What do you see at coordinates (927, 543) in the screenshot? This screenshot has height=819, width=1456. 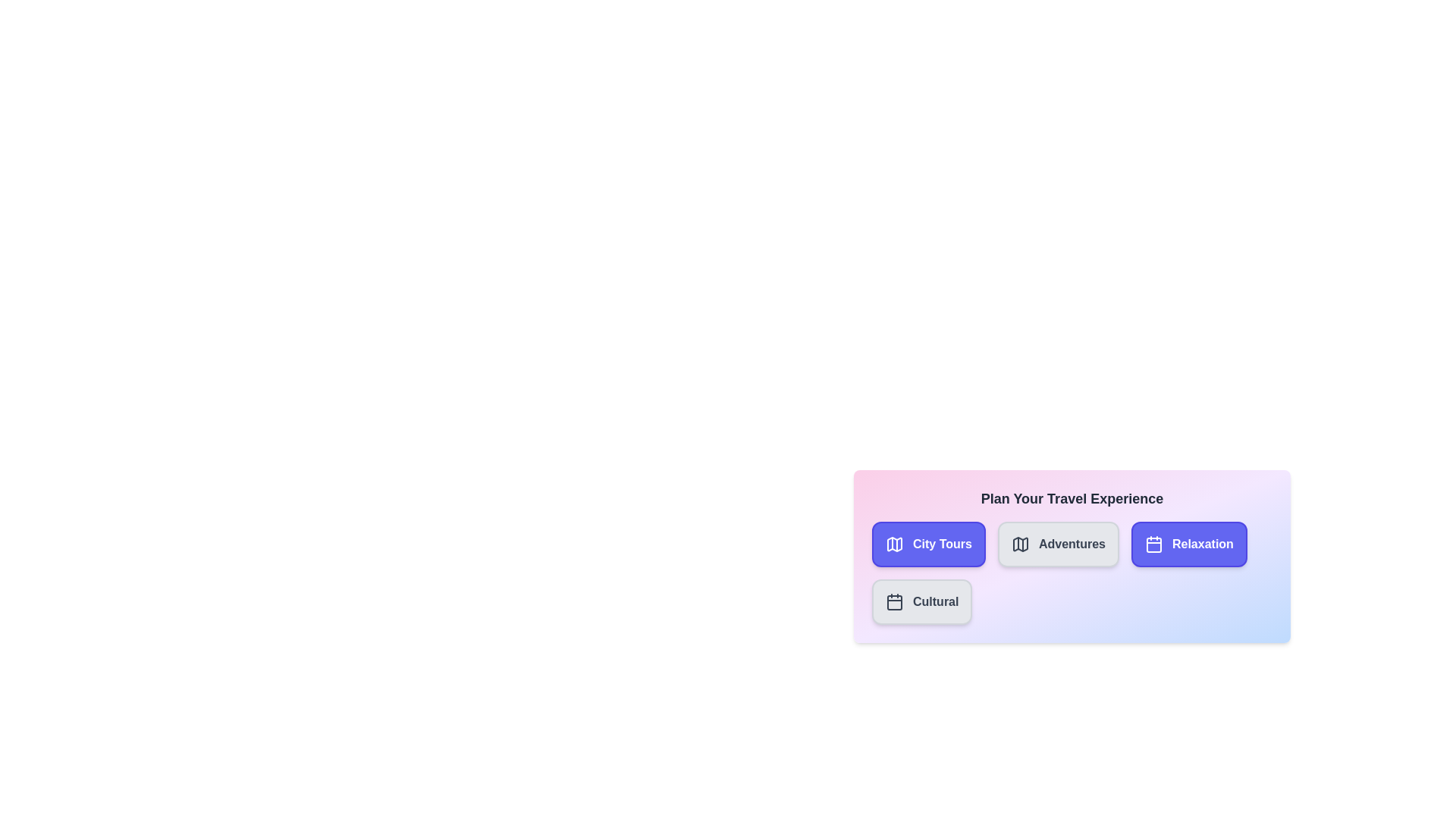 I see `the category City Tours` at bounding box center [927, 543].